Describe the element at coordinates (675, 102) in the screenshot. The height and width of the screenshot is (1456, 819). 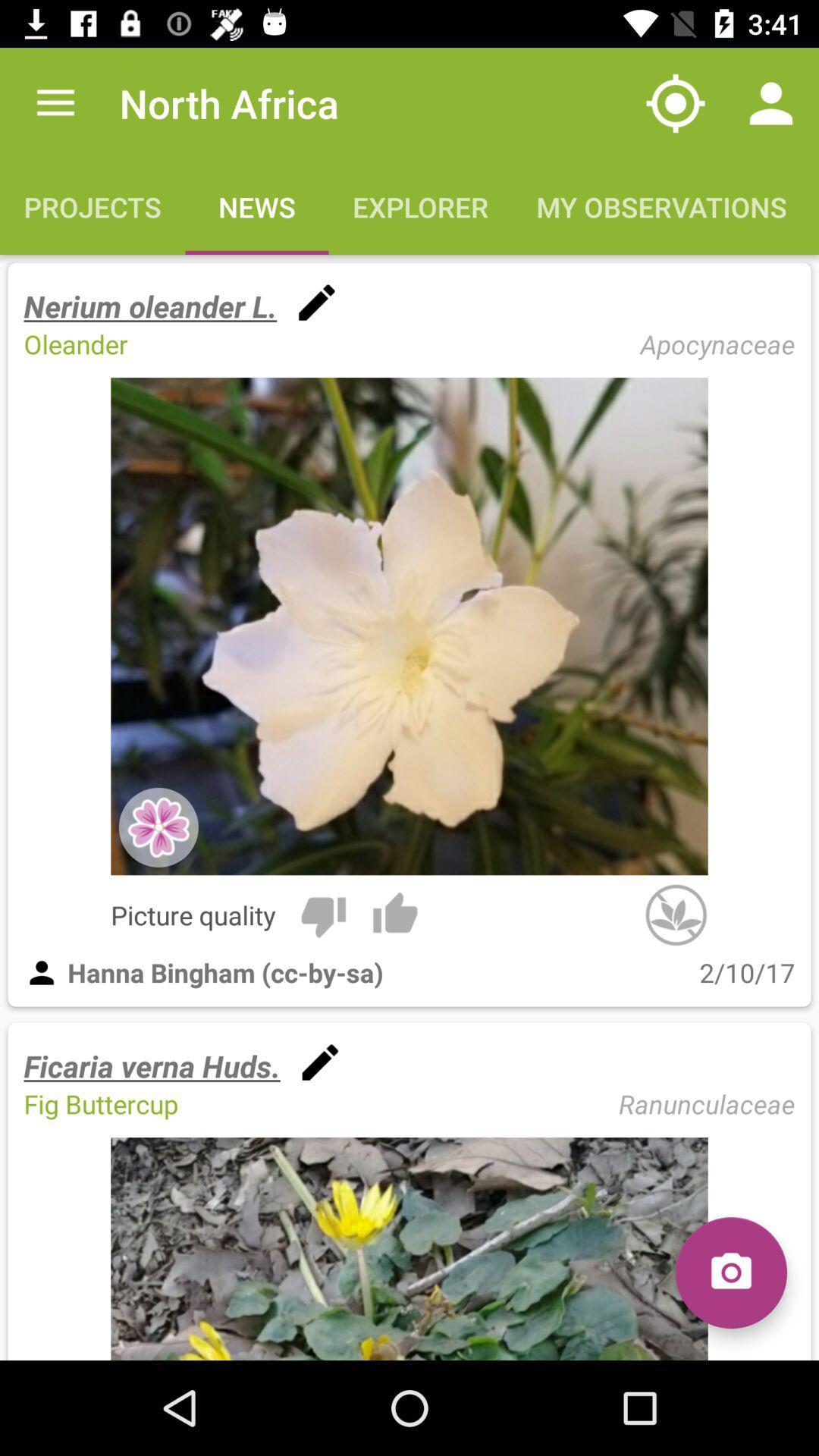
I see `the item to the right of north africa` at that location.